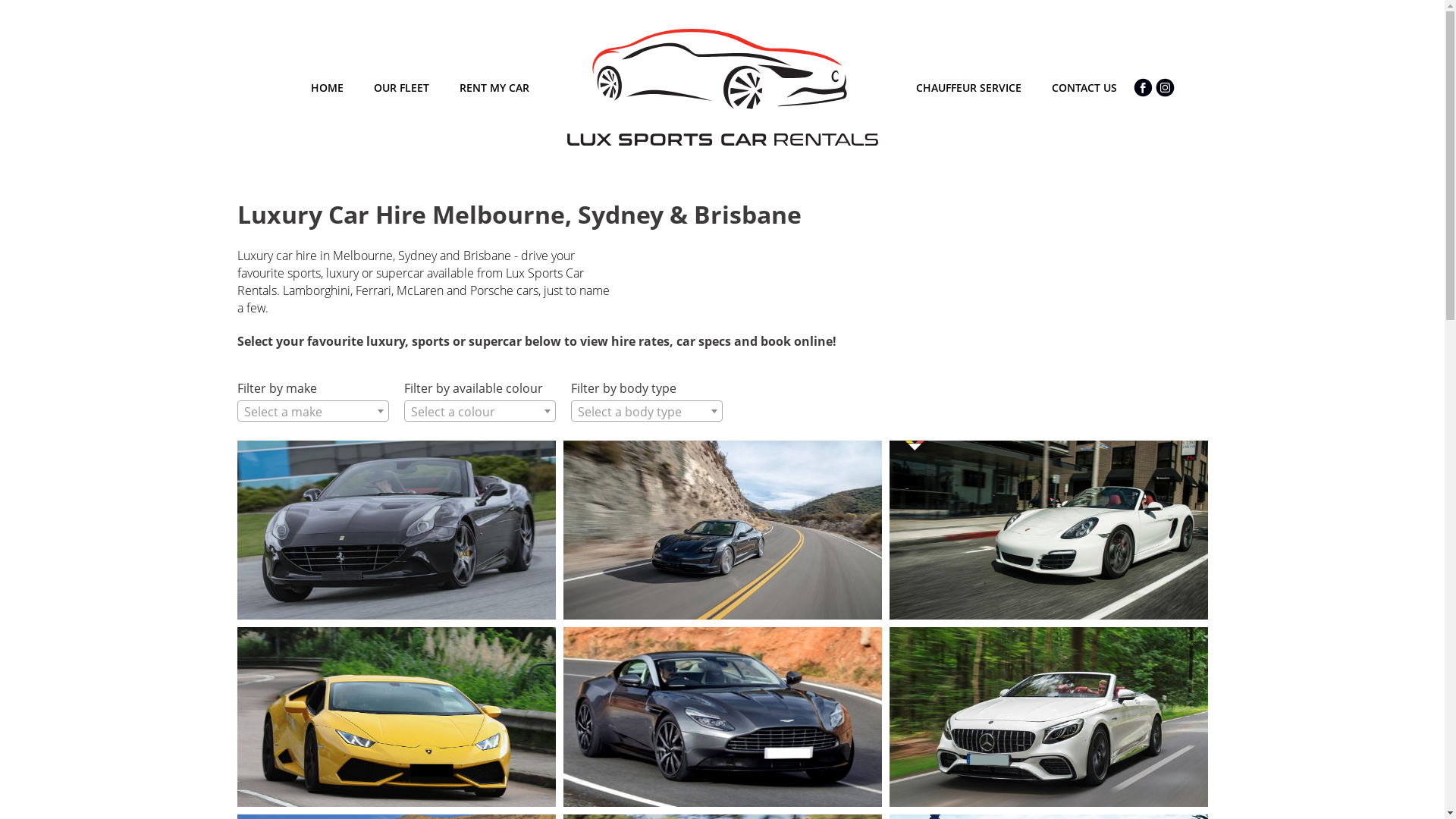 The height and width of the screenshot is (819, 1456). What do you see at coordinates (968, 87) in the screenshot?
I see `'CHAUFFEUR SERVICE'` at bounding box center [968, 87].